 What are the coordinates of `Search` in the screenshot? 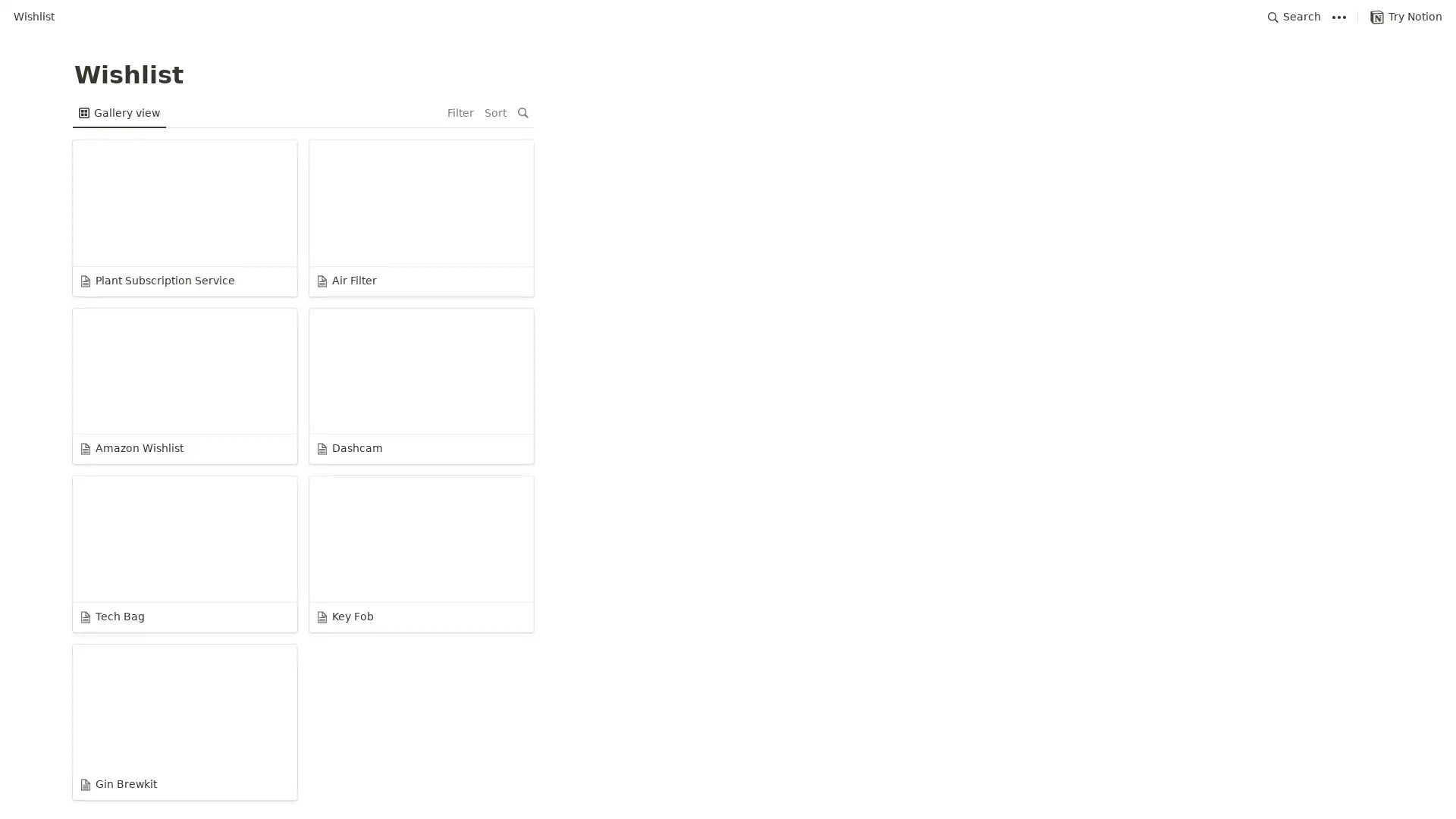 It's located at (1294, 17).